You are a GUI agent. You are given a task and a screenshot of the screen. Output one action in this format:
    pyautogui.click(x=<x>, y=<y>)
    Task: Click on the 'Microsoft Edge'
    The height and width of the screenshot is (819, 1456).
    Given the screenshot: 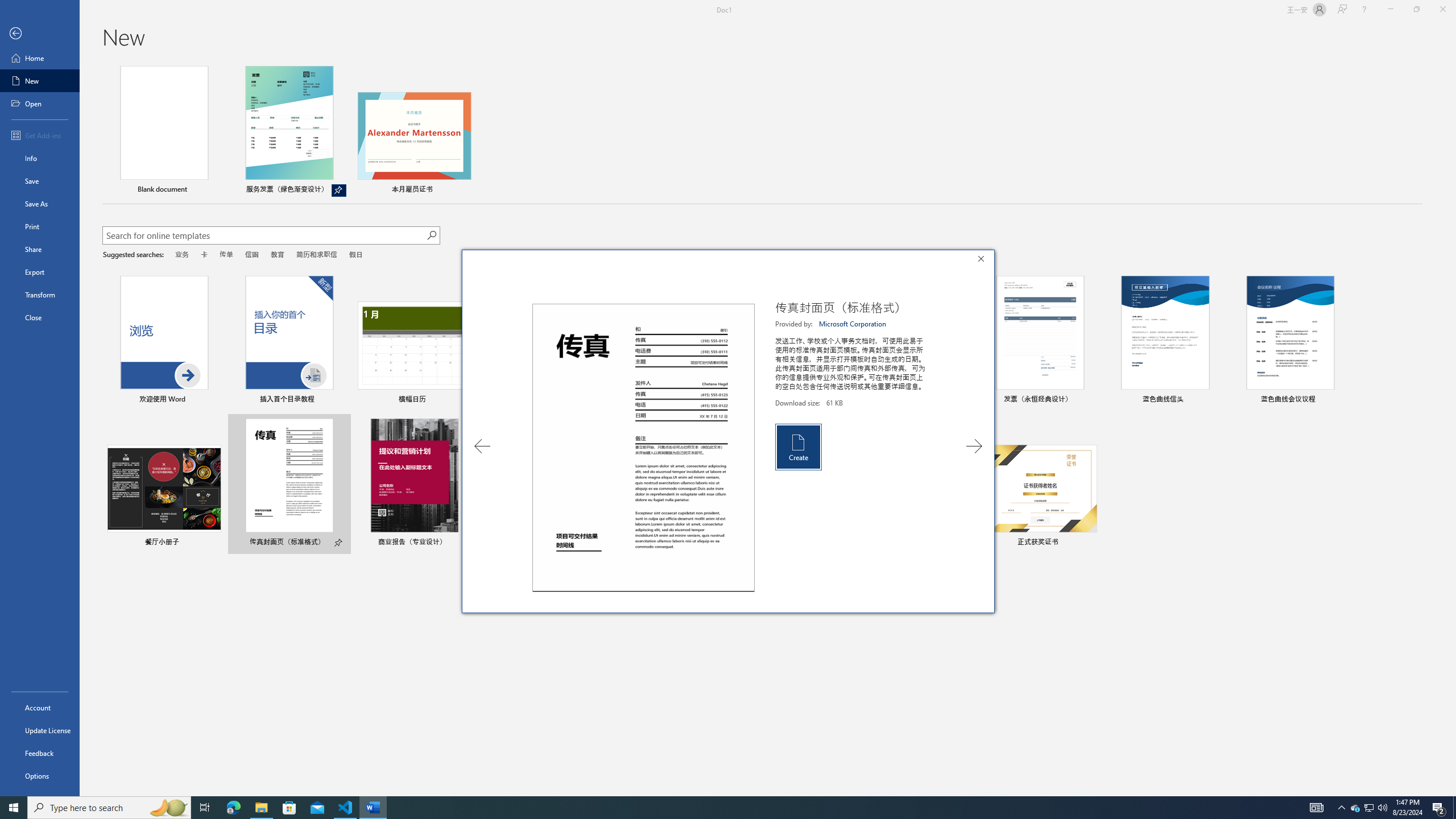 What is the action you would take?
    pyautogui.click(x=233, y=806)
    